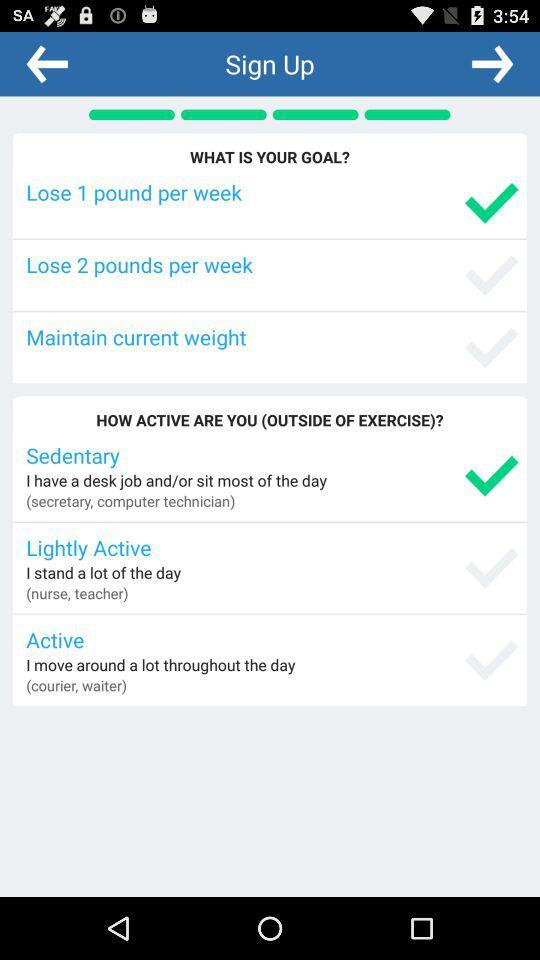  I want to click on the icon to the left of sign up, so click(47, 63).